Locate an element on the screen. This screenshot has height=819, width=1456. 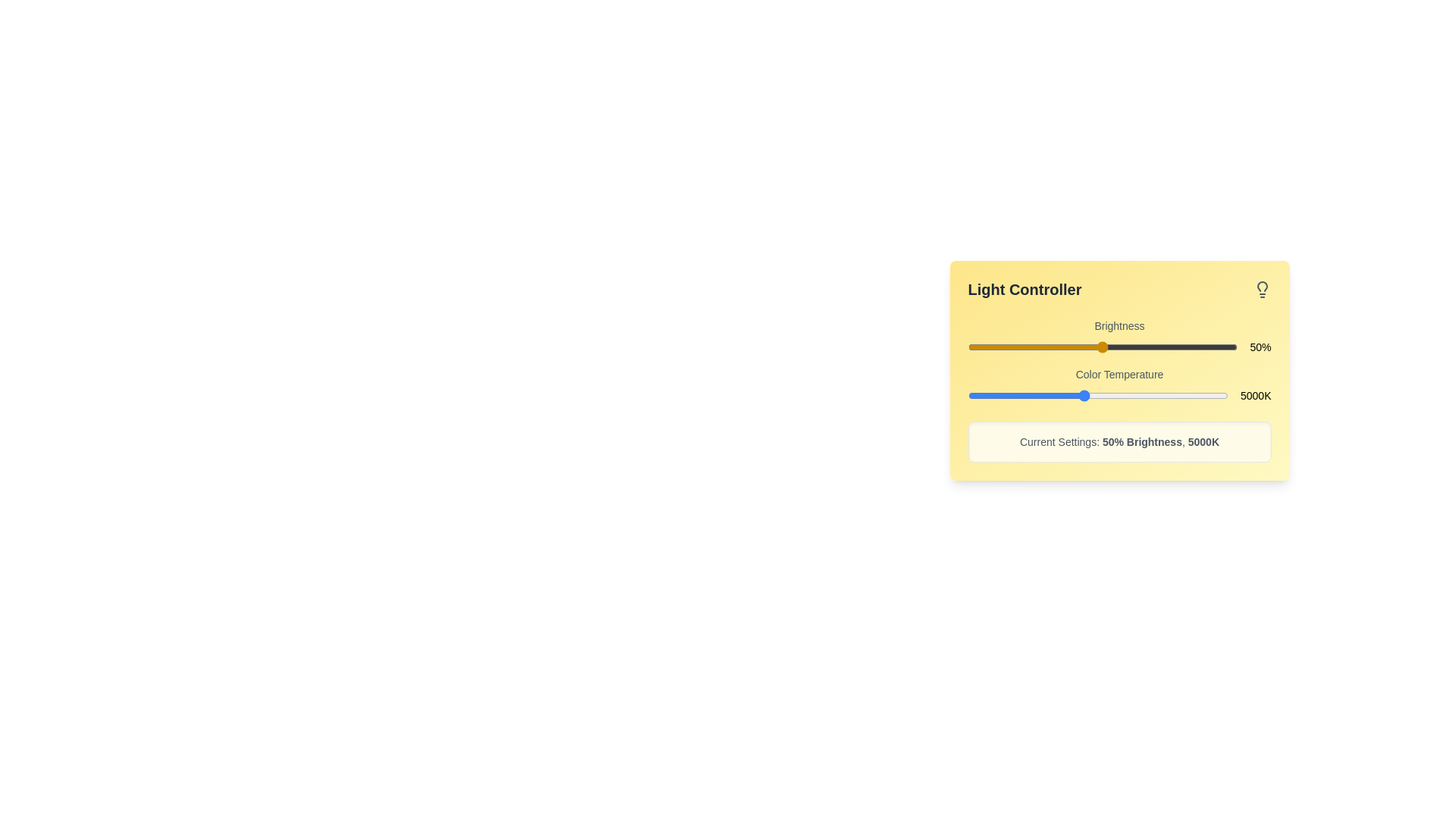
the color temperature slider to set the value to 7173 K is located at coordinates (1147, 394).